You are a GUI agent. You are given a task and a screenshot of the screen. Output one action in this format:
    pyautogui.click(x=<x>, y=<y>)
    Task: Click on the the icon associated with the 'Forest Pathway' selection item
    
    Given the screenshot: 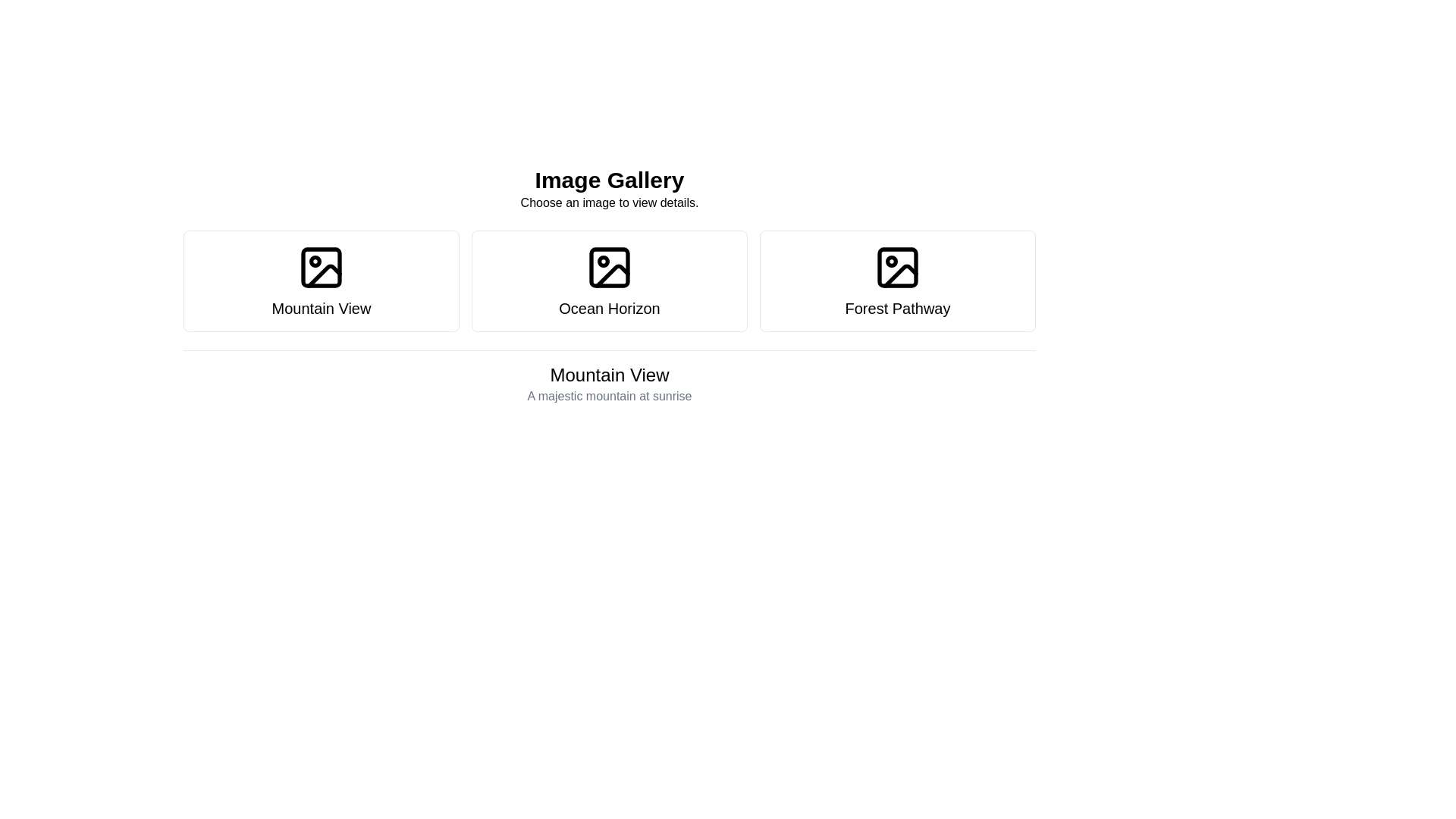 What is the action you would take?
    pyautogui.click(x=898, y=267)
    